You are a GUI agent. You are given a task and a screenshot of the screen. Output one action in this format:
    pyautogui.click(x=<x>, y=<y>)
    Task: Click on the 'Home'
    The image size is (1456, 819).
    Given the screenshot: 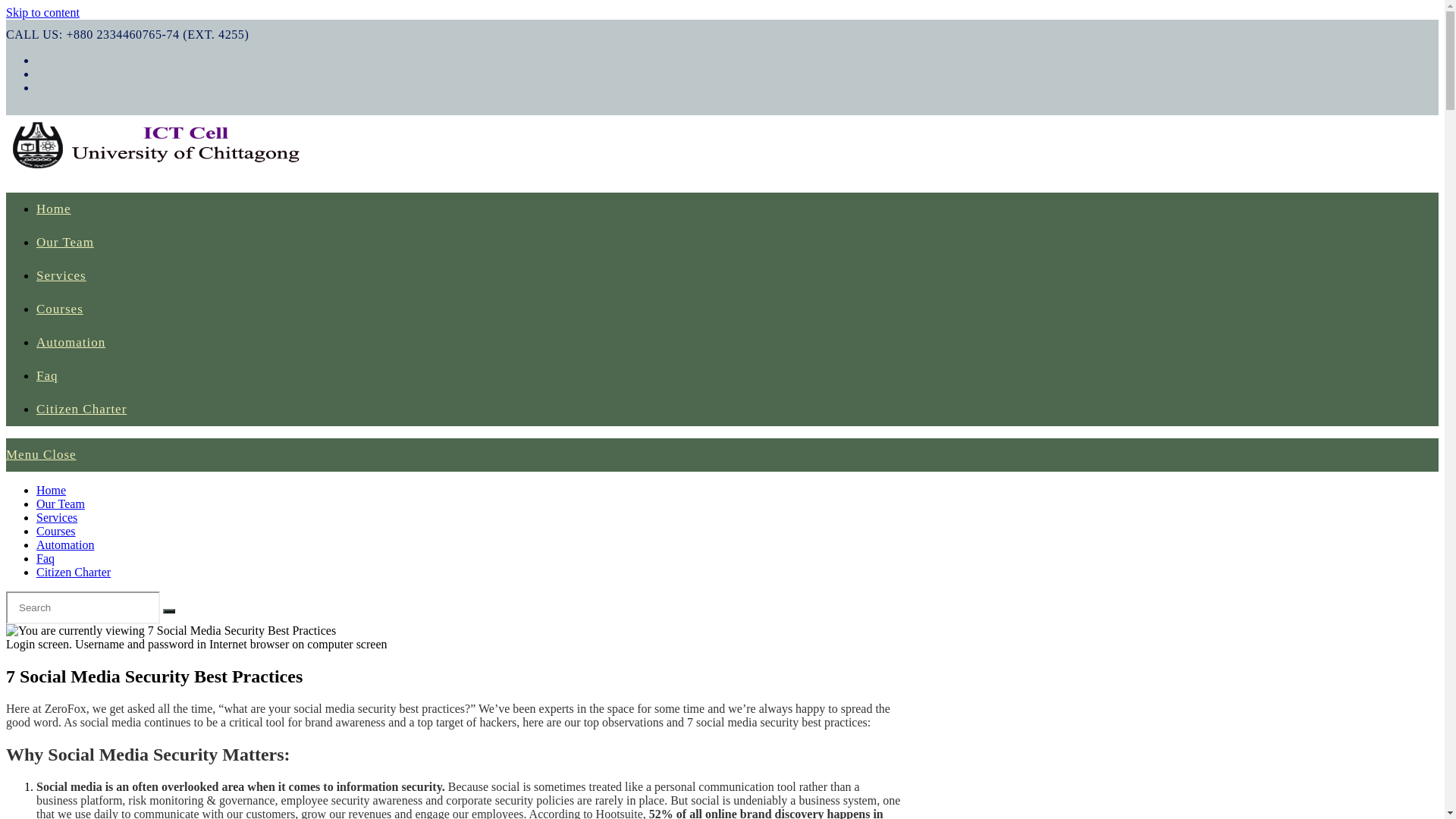 What is the action you would take?
    pyautogui.click(x=54, y=209)
    